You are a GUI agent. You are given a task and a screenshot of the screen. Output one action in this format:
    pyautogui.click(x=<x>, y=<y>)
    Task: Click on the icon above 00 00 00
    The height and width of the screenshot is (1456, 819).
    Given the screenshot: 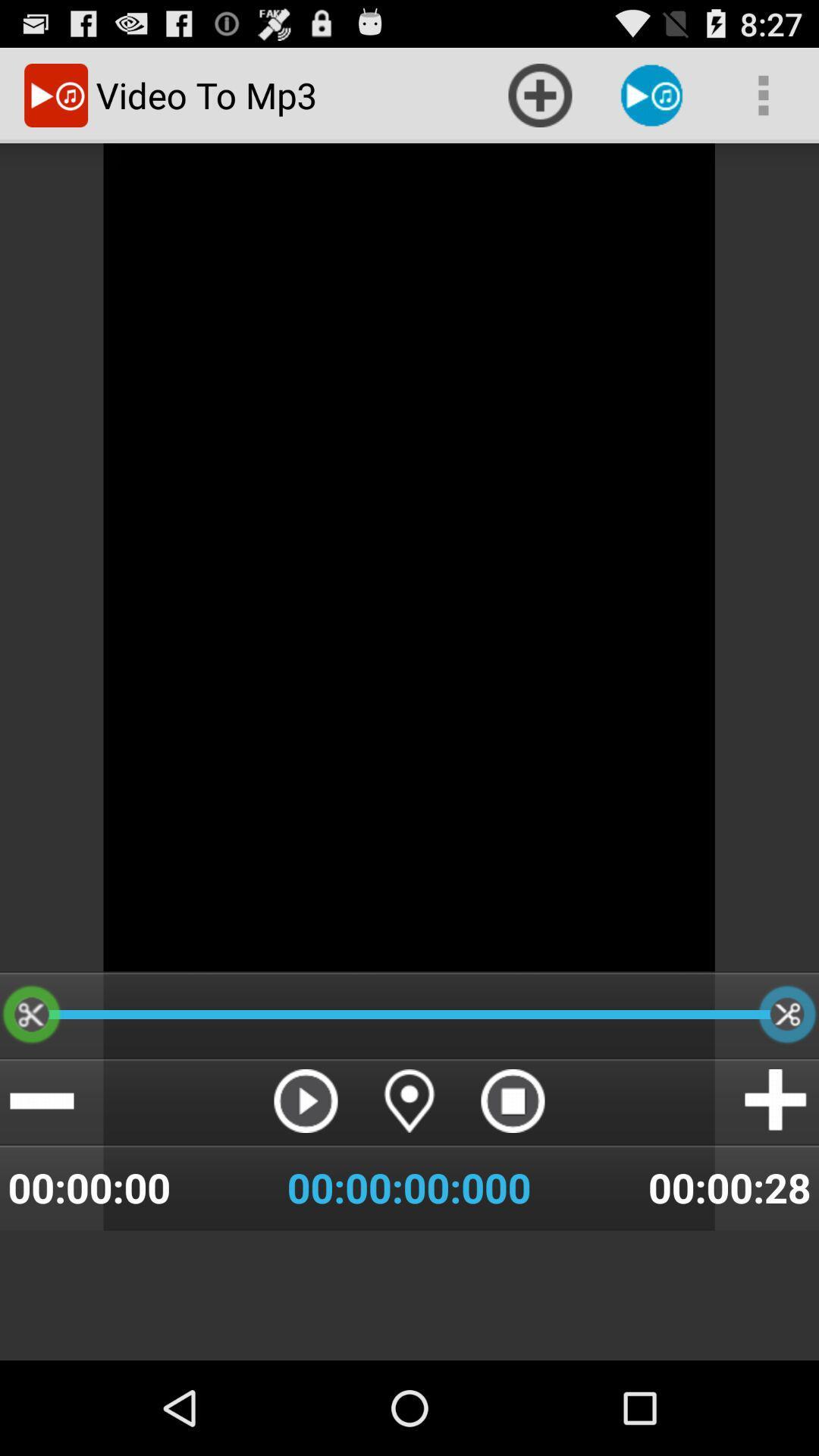 What is the action you would take?
    pyautogui.click(x=512, y=1100)
    